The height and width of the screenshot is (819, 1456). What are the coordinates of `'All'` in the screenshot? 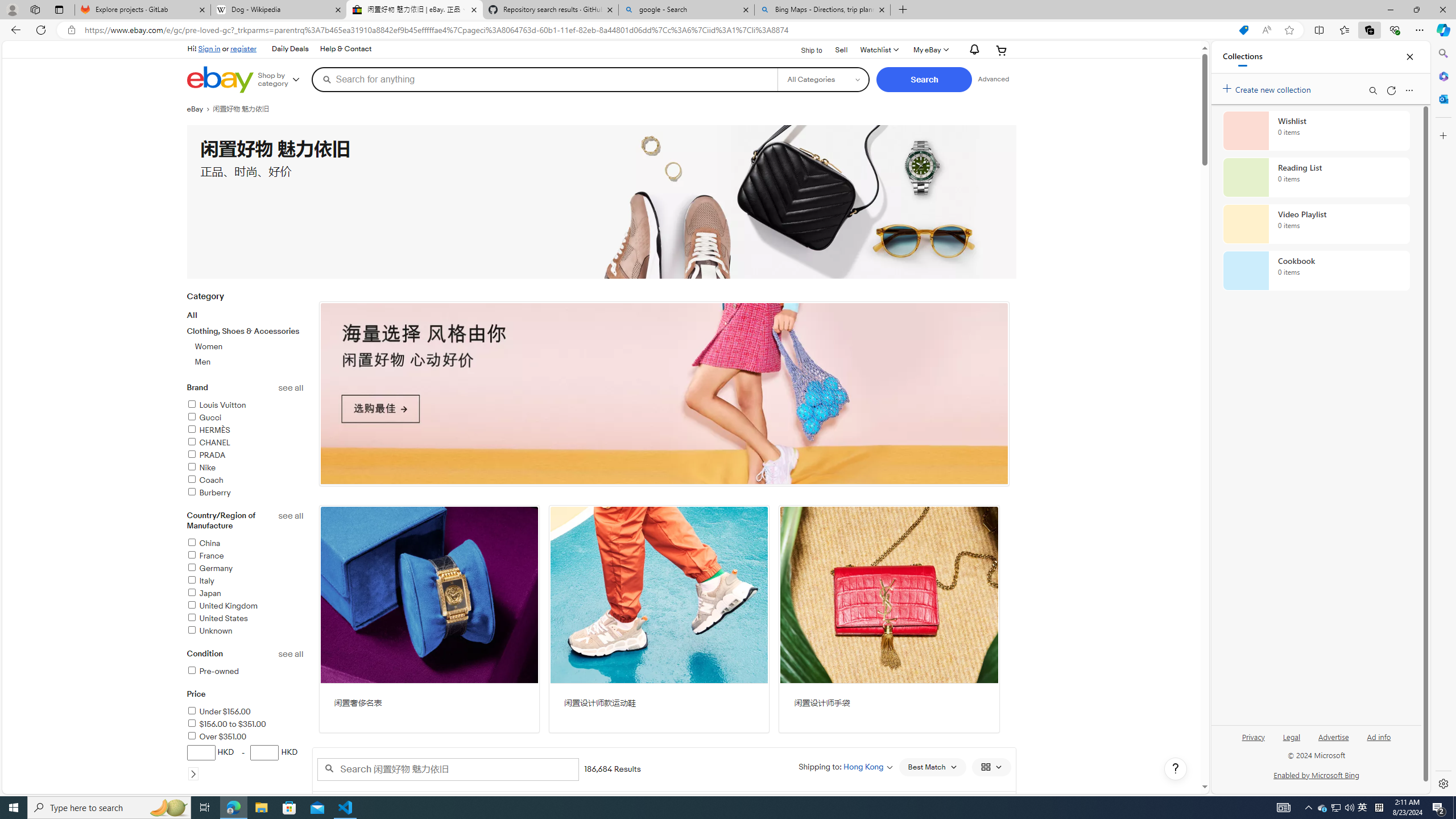 It's located at (192, 315).